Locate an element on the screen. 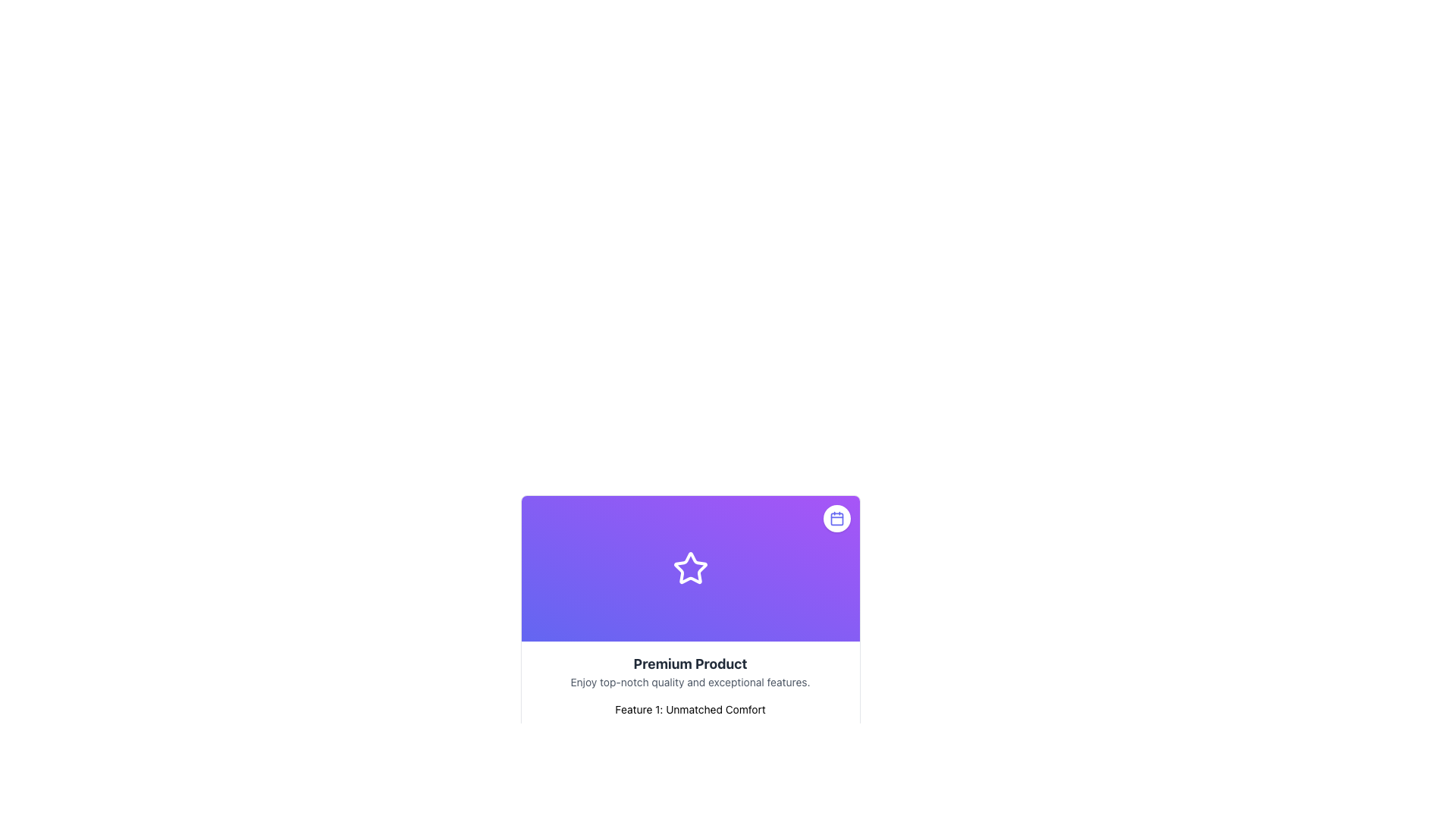  the text element that reads 'Enjoy top-notch quality and exceptional features.' This text is styled in a smaller font size, light gray color, and is positioned below 'Premium Product' and above 'Feature 1: Unmatched Comfort.' is located at coordinates (689, 681).